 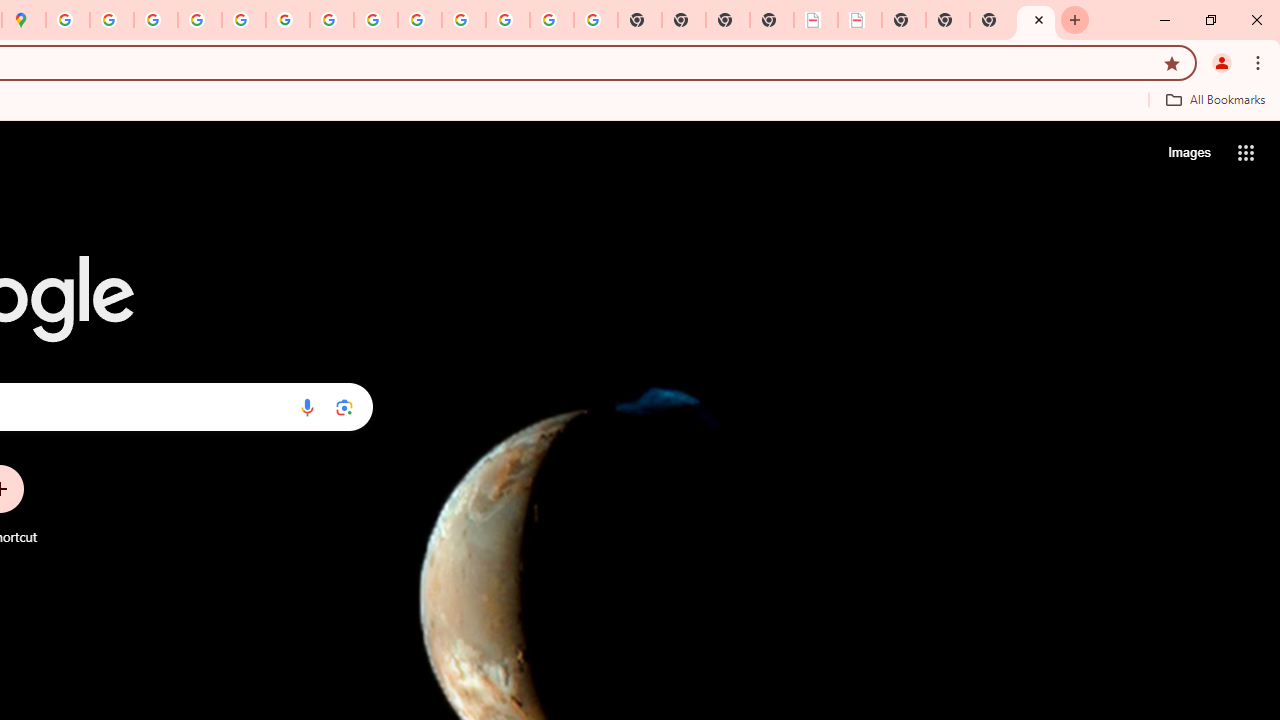 I want to click on 'LAAD Defence & Security 2025 | BAE Systems', so click(x=816, y=20).